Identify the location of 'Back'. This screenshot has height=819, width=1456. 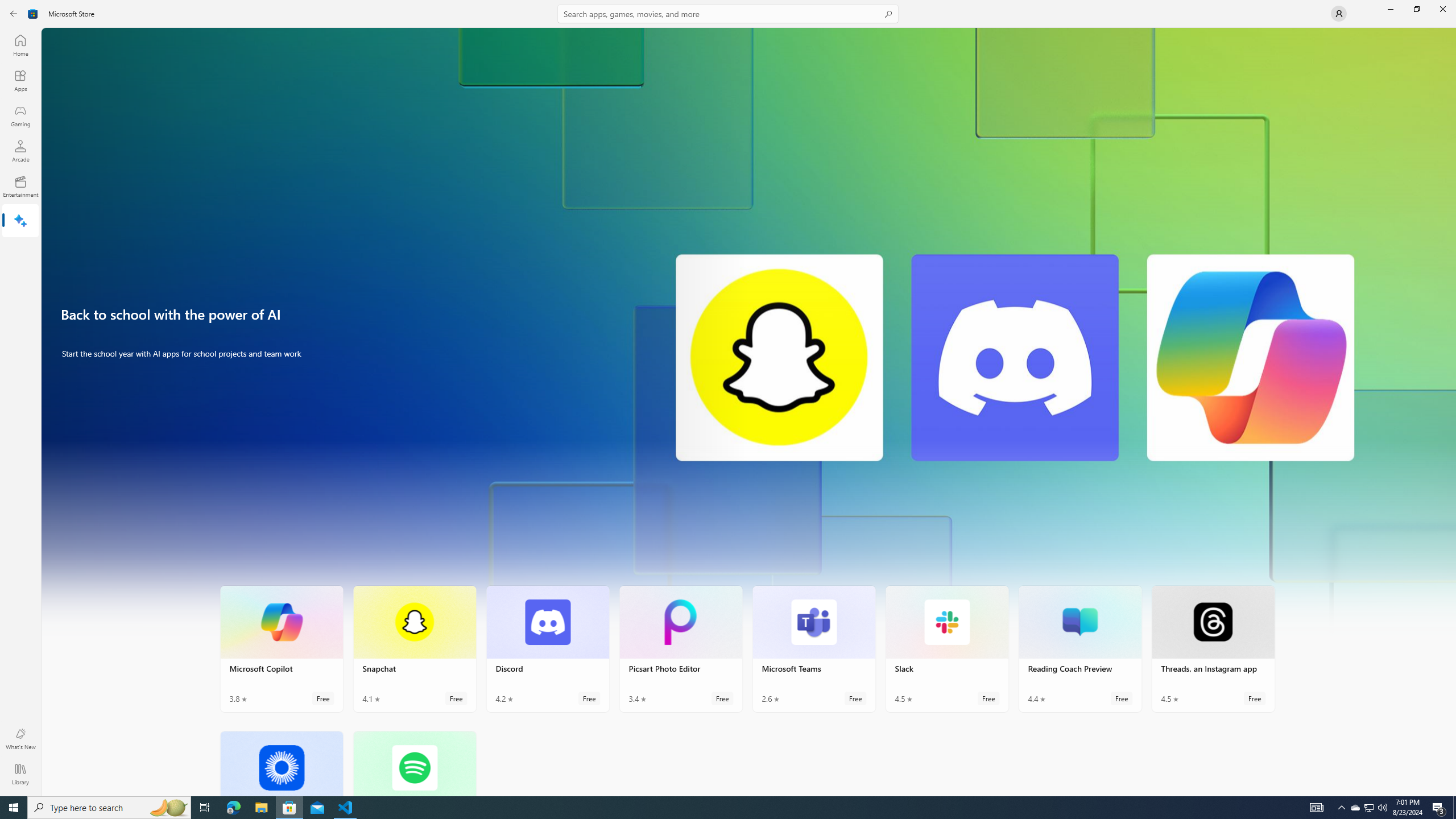
(14, 13).